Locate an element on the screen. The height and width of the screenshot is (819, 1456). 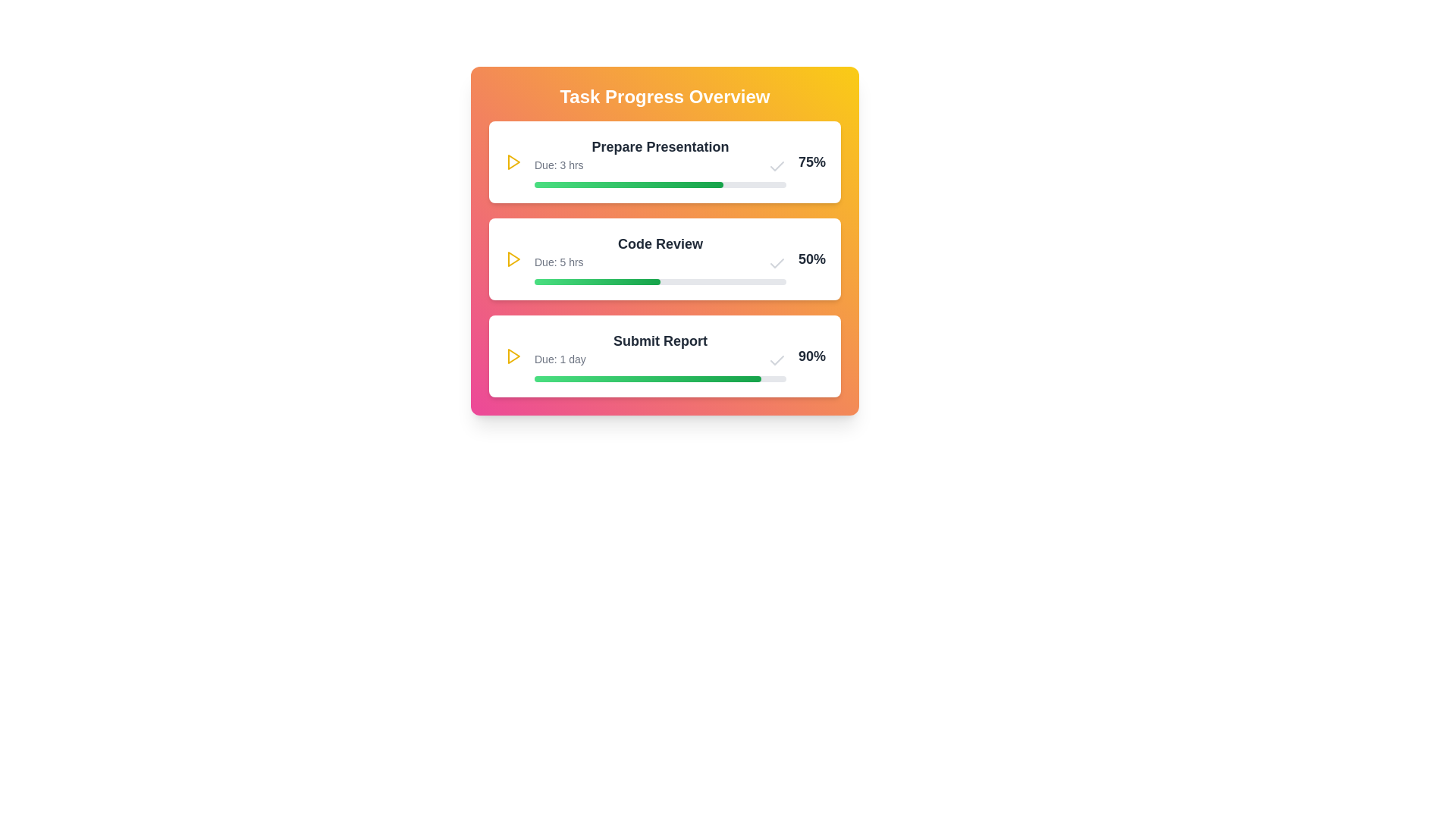
the text label displaying '90%' in bold and large font, located at the far right of the 'Submit Report' section in the 'Task Progress Overview' is located at coordinates (811, 356).